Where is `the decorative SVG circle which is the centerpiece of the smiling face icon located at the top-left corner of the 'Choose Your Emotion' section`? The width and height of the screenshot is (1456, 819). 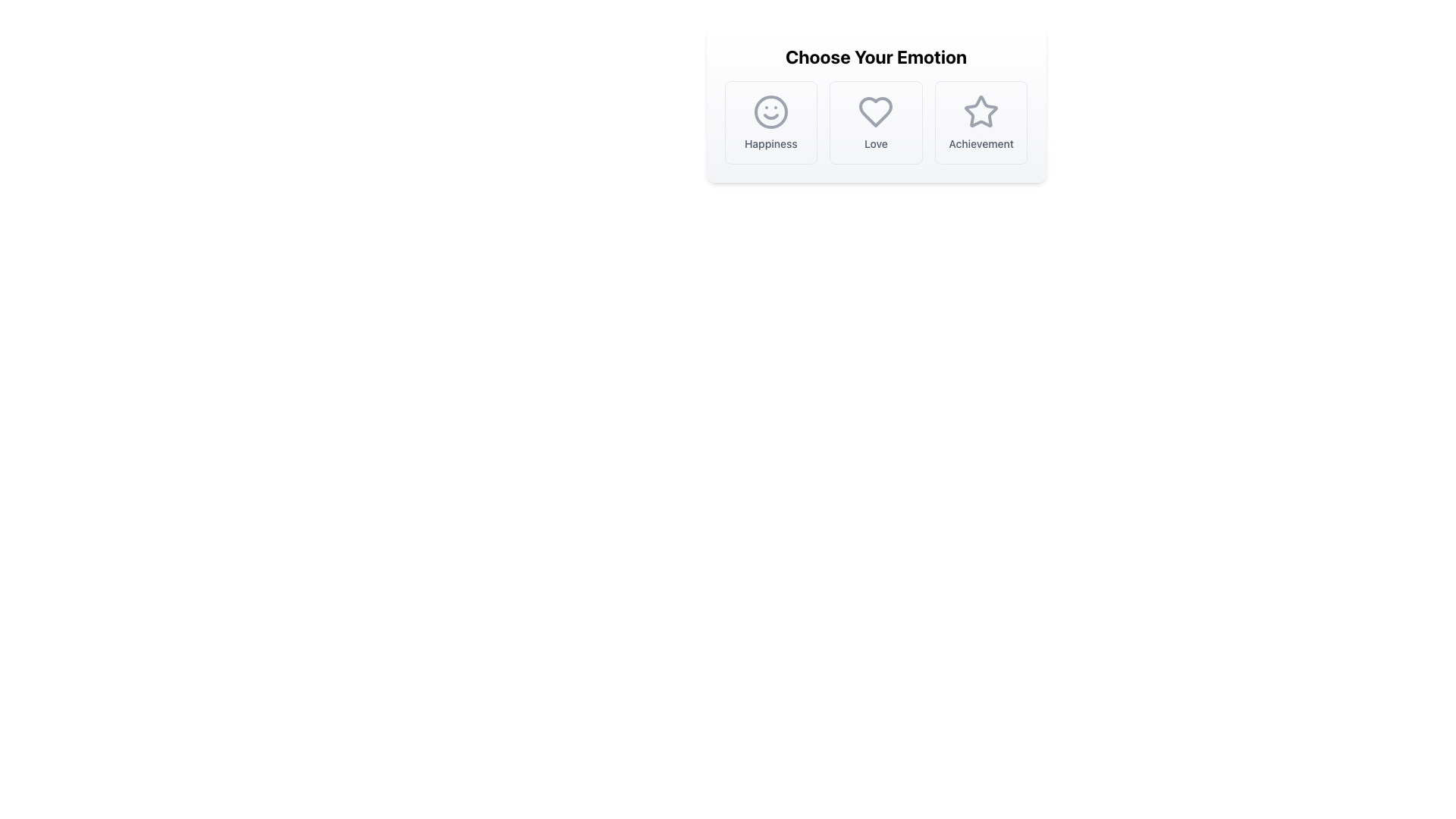 the decorative SVG circle which is the centerpiece of the smiling face icon located at the top-left corner of the 'Choose Your Emotion' section is located at coordinates (770, 111).